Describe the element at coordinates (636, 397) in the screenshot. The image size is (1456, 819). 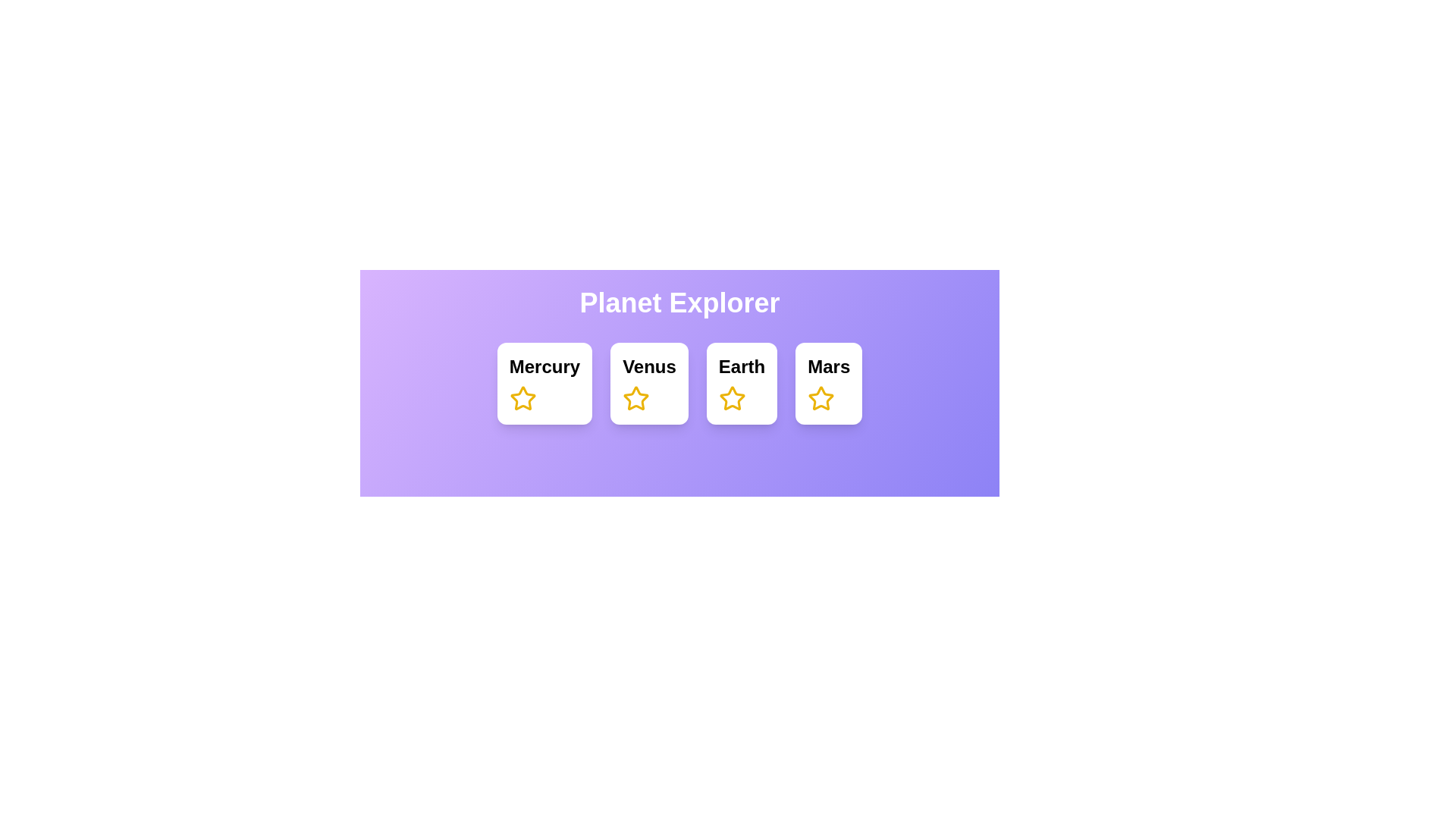
I see `the star icon representing the rating option for the planet 'Venus'` at that location.